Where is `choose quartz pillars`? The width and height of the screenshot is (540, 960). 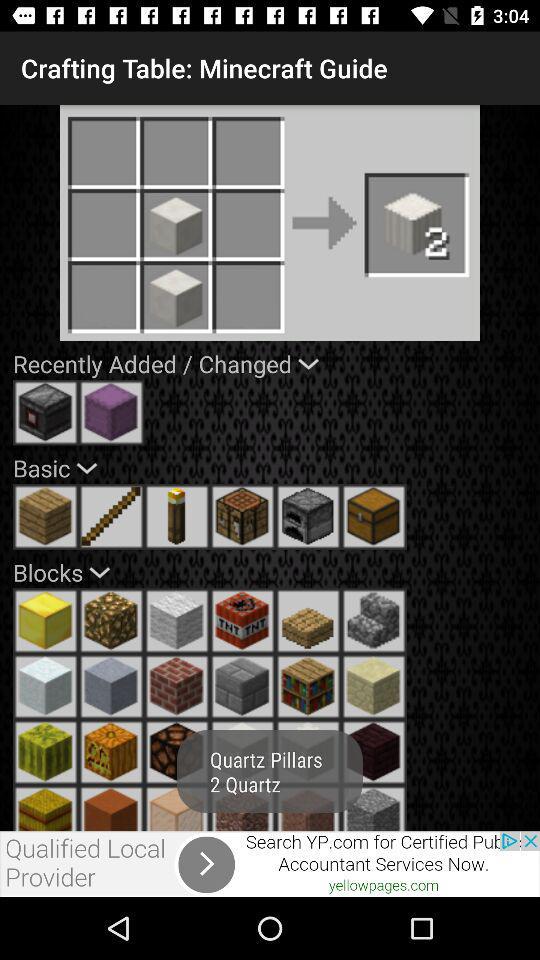 choose quartz pillars is located at coordinates (177, 808).